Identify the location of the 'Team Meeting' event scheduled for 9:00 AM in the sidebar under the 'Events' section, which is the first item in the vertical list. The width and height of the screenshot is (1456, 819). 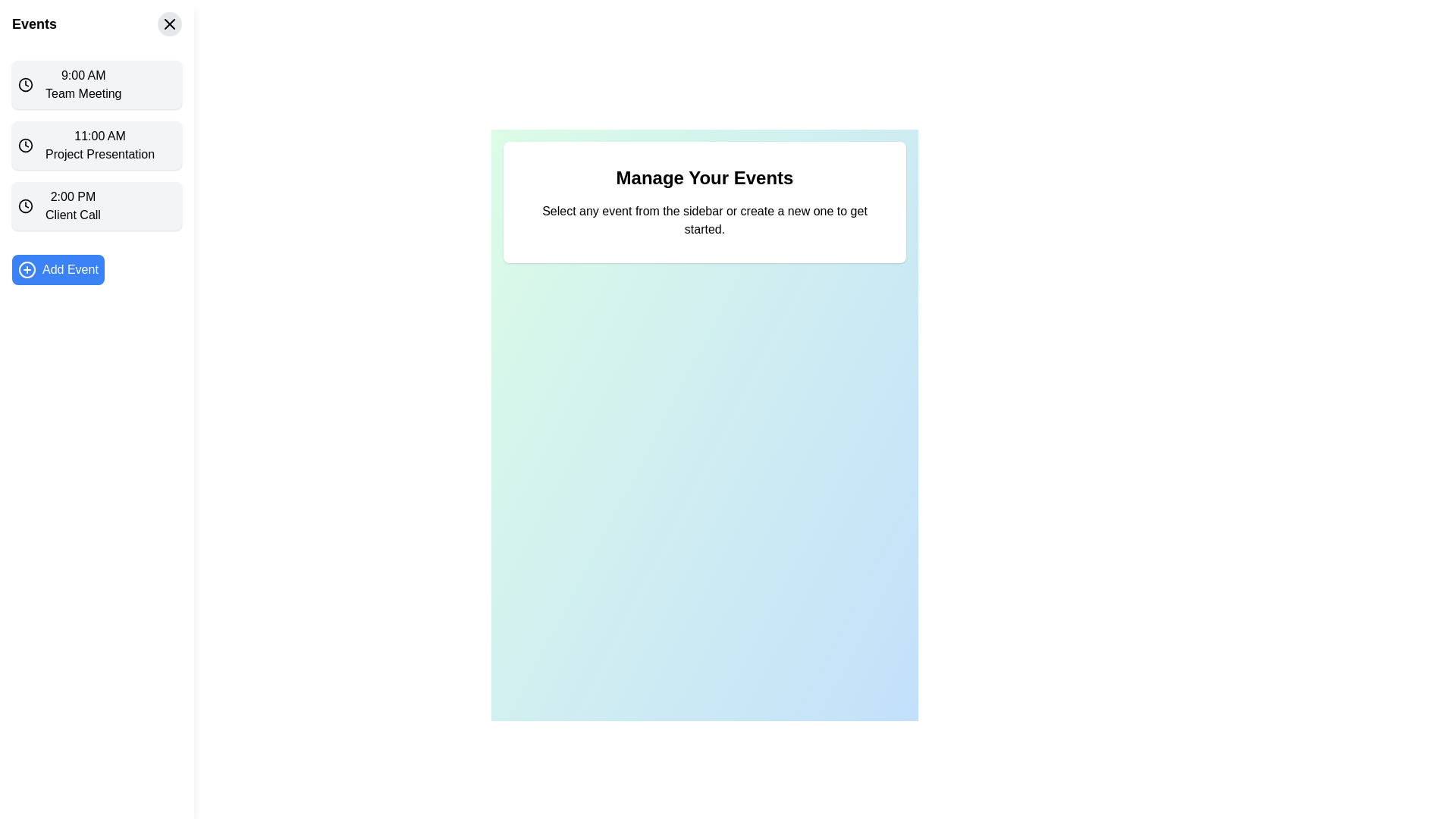
(83, 84).